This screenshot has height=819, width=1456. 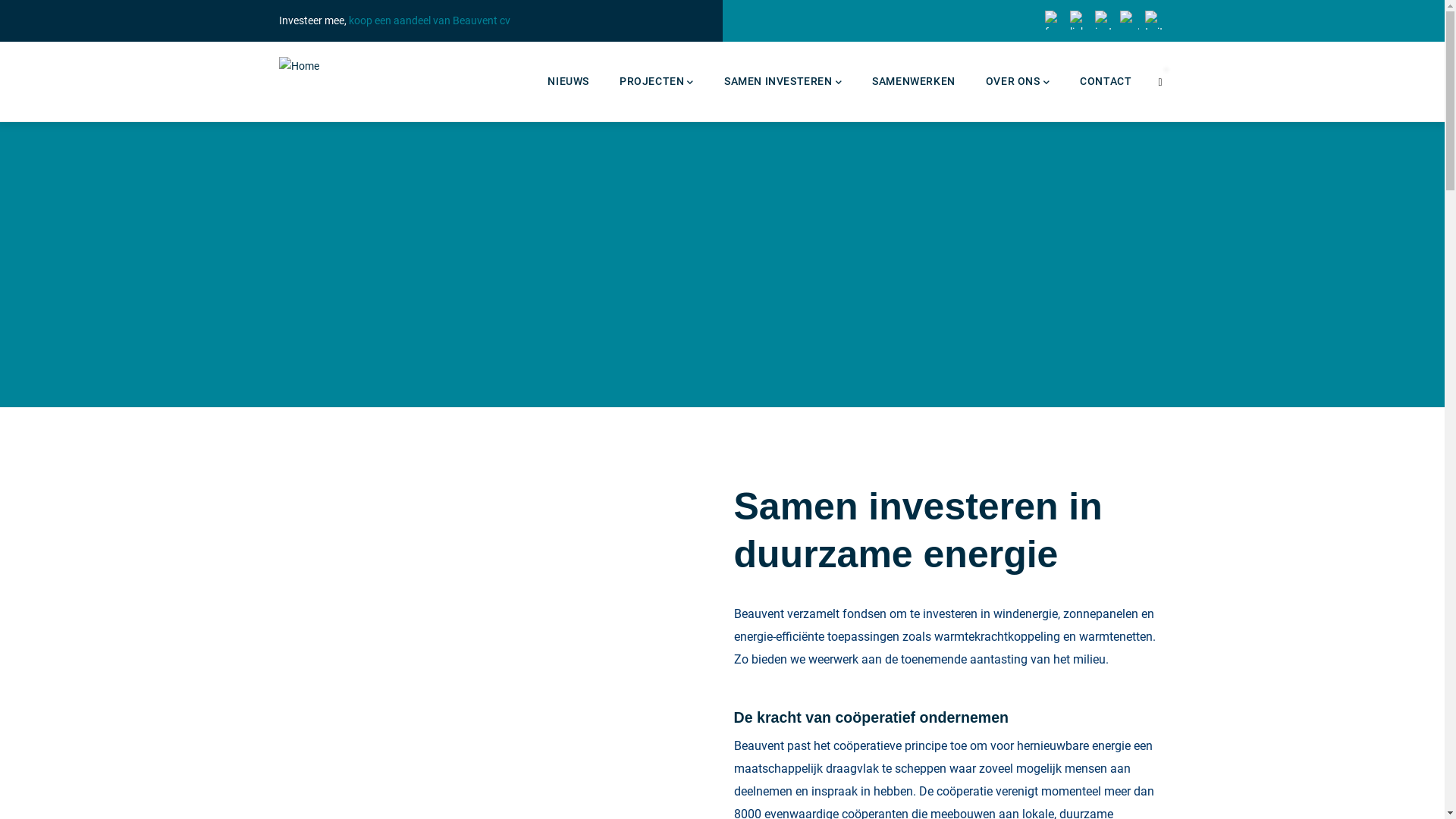 What do you see at coordinates (656, 81) in the screenshot?
I see `'PROJECTEN'` at bounding box center [656, 81].